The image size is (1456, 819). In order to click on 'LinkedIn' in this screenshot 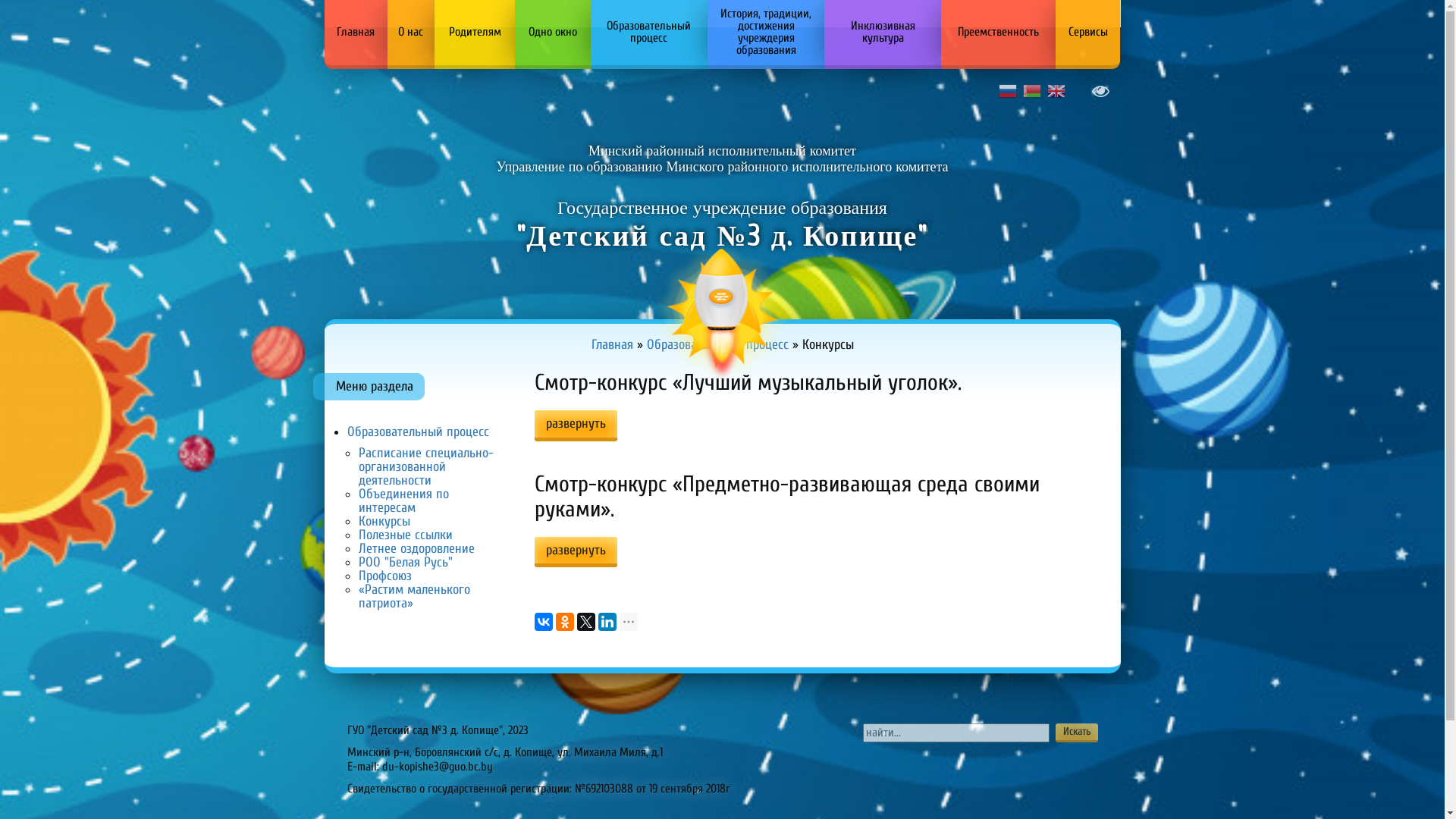, I will do `click(607, 622)`.